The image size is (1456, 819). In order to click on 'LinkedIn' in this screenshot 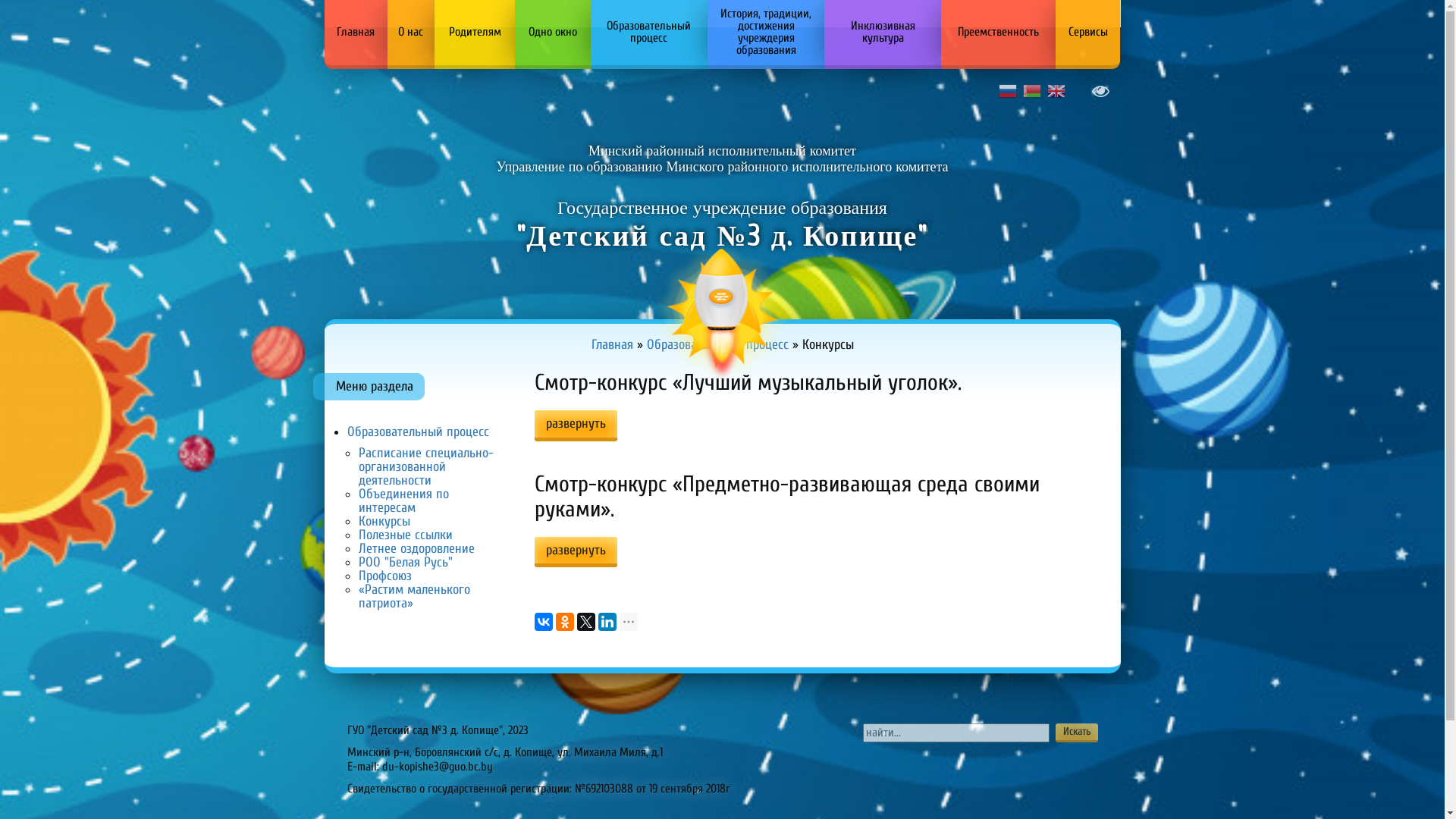, I will do `click(607, 622)`.